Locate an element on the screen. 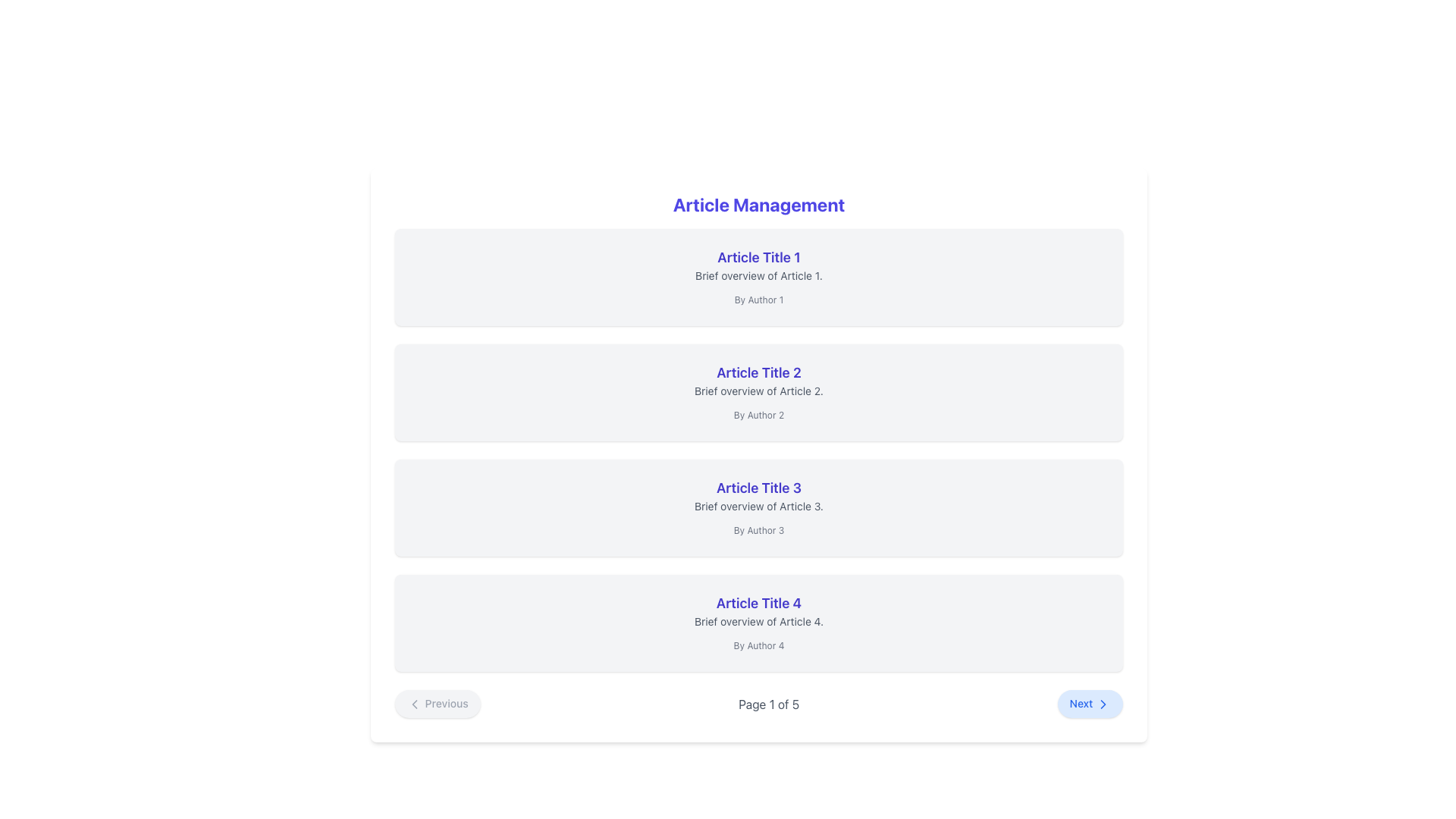 The width and height of the screenshot is (1456, 819). the chevron icon located on the left end of the 'Previous' button is located at coordinates (415, 704).